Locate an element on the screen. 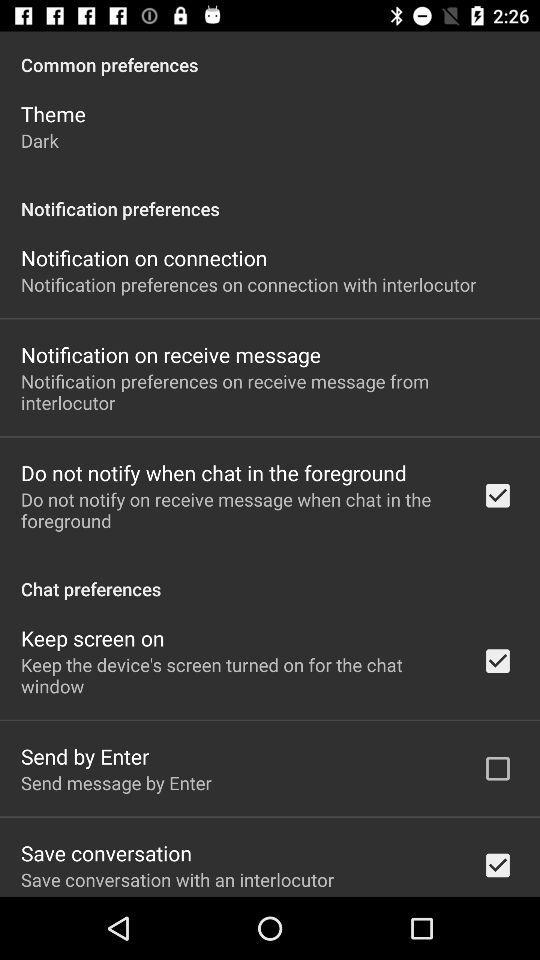 The image size is (540, 960). the keep the device is located at coordinates (238, 675).